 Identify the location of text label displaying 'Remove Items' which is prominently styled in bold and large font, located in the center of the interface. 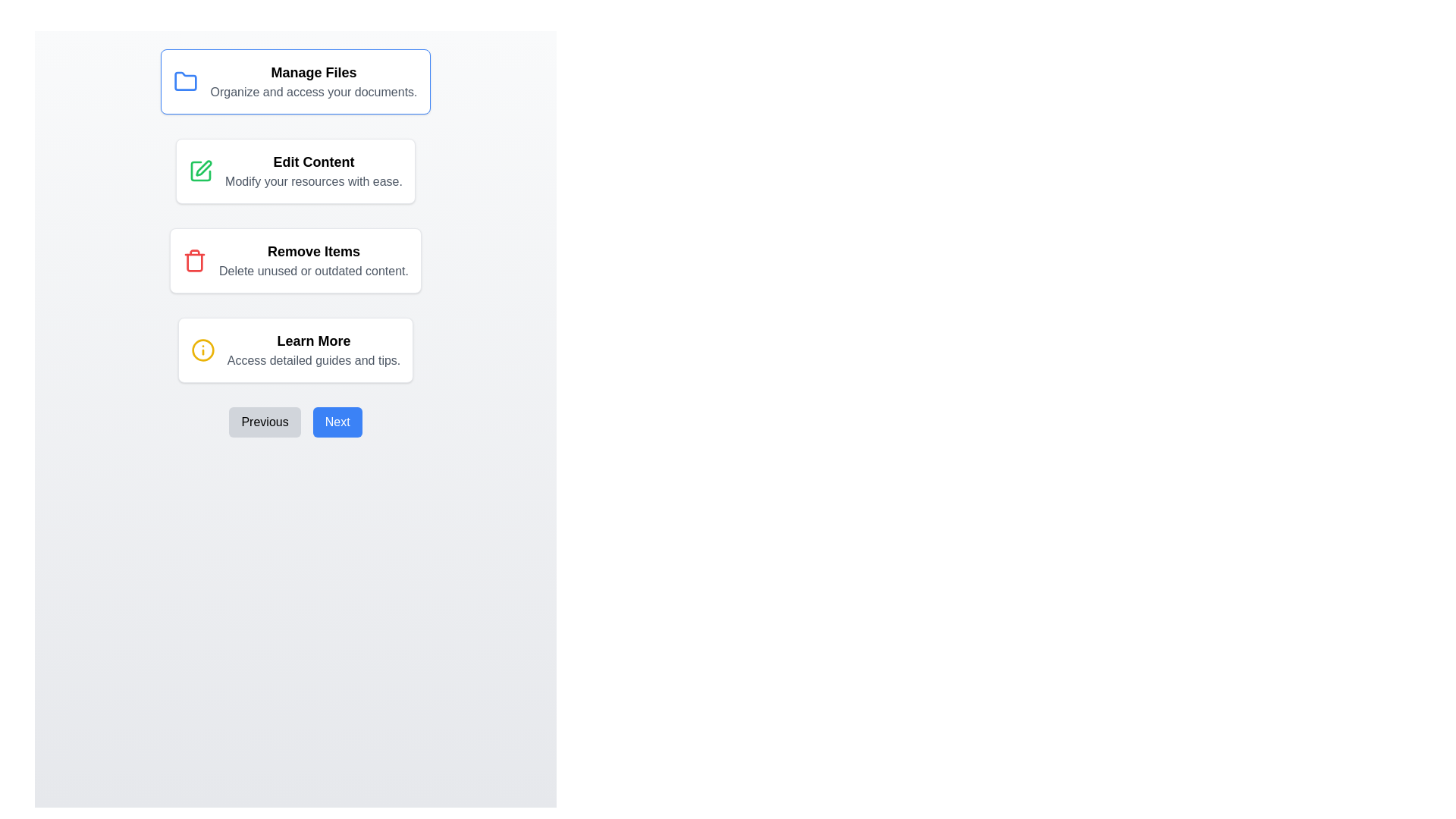
(312, 250).